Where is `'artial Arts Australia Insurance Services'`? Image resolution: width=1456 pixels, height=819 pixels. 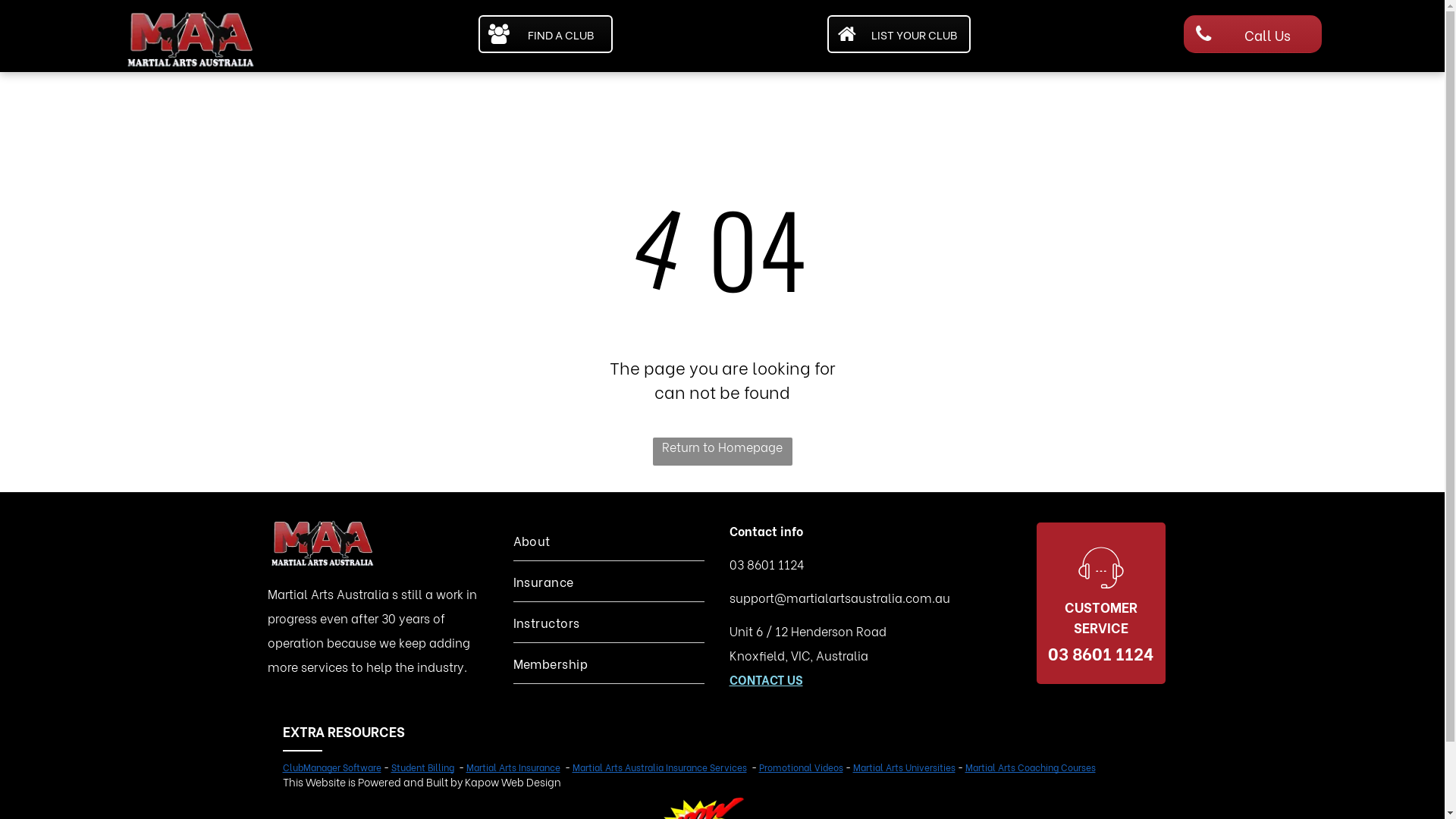 'artial Arts Australia Insurance Services' is located at coordinates (662, 767).